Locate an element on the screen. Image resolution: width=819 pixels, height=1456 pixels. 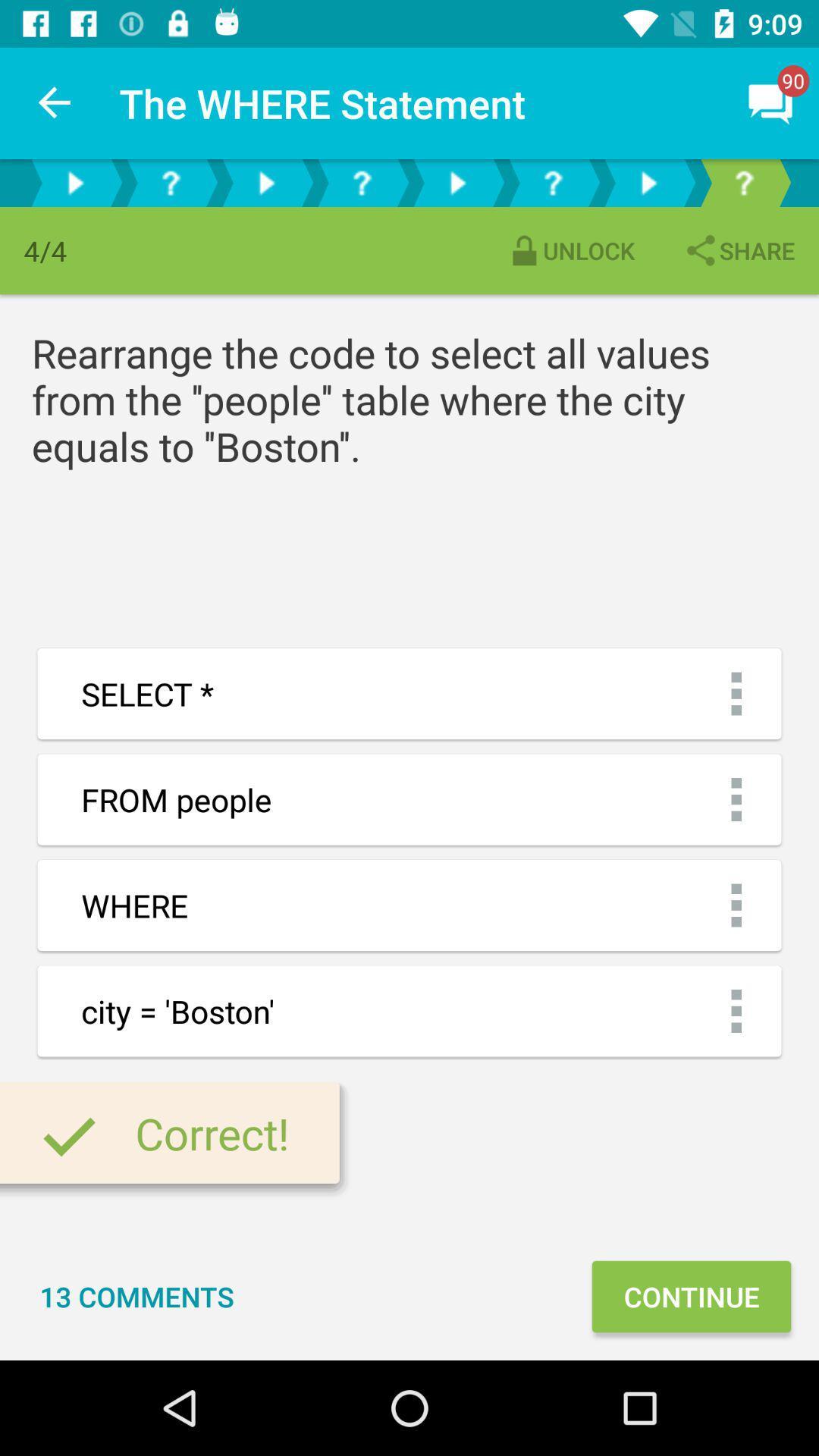
the icon to the right of the unlock icon is located at coordinates (738, 250).